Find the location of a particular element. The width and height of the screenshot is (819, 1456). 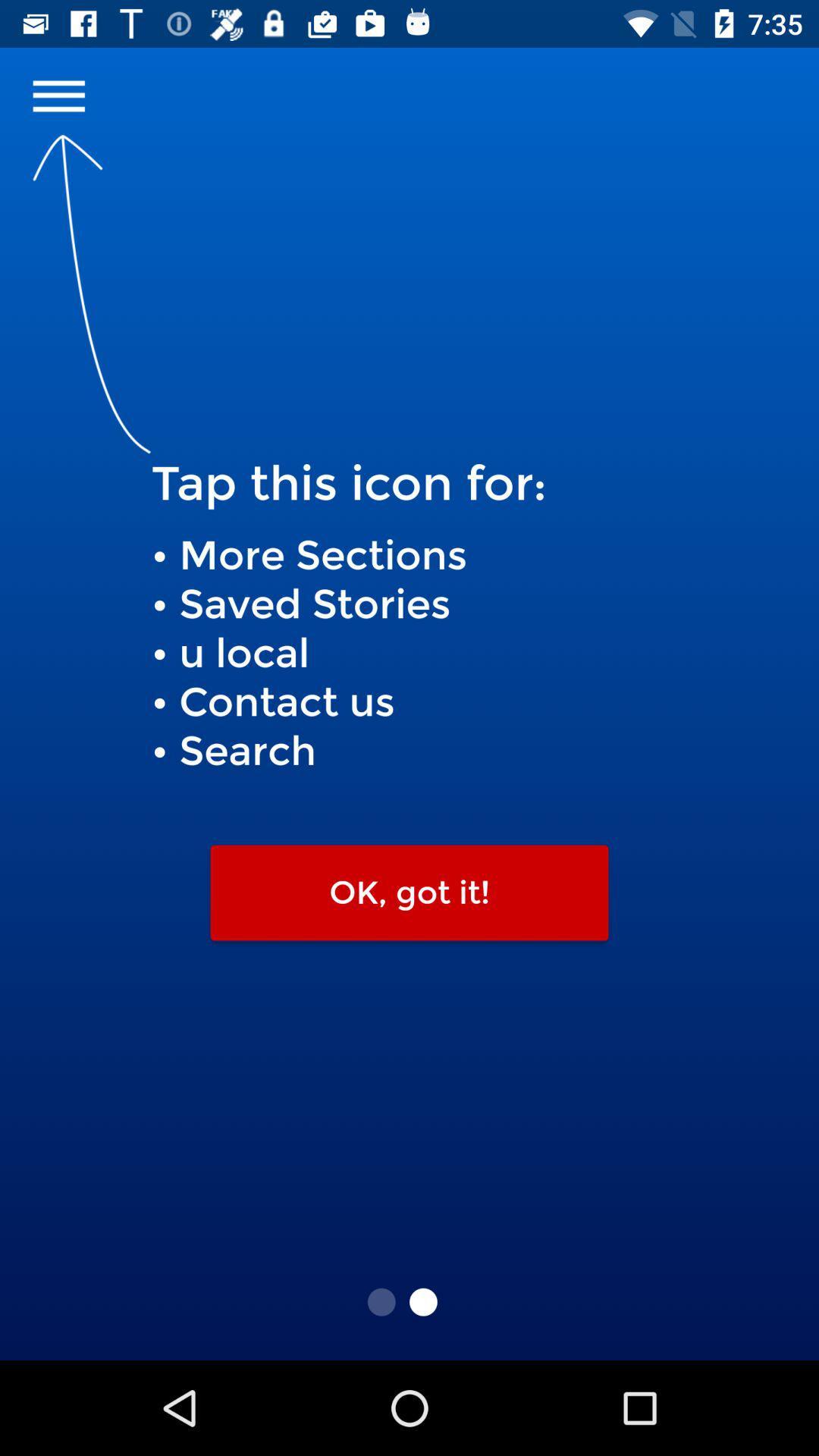

the icon below more sections saved is located at coordinates (409, 893).